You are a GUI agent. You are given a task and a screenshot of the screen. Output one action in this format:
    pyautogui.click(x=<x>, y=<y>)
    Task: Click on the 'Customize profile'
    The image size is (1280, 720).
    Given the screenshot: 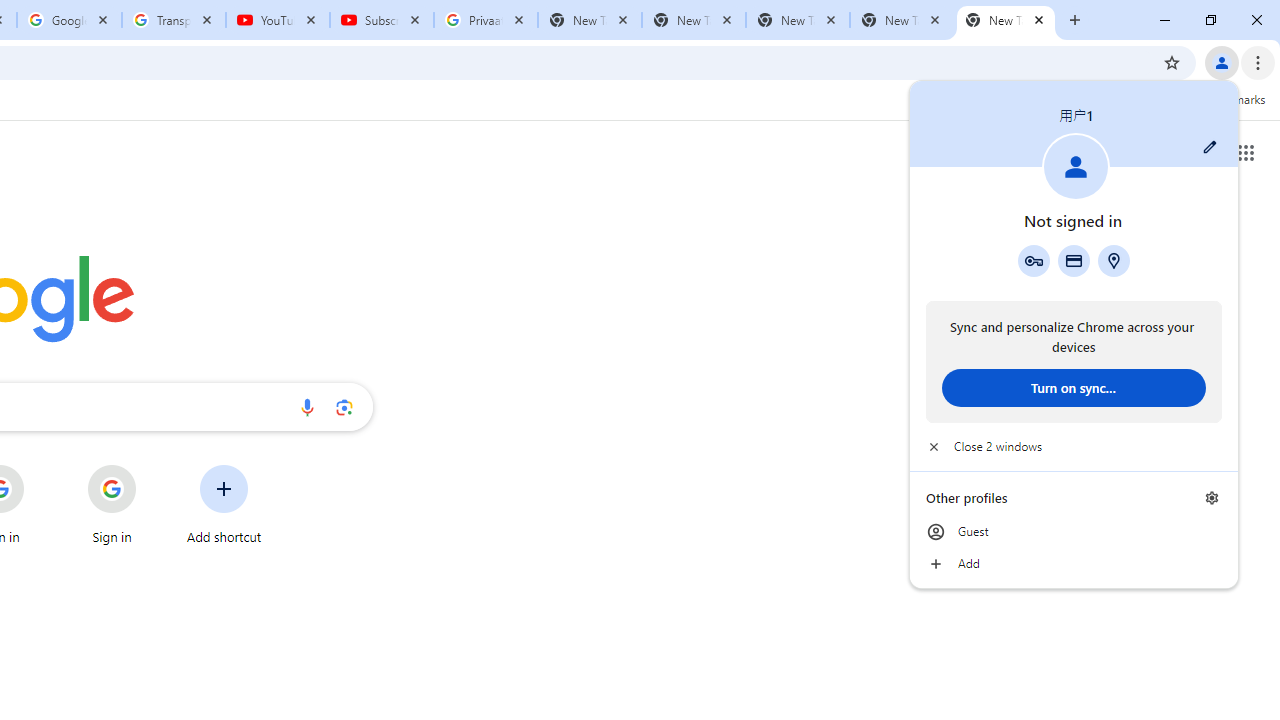 What is the action you would take?
    pyautogui.click(x=1209, y=146)
    